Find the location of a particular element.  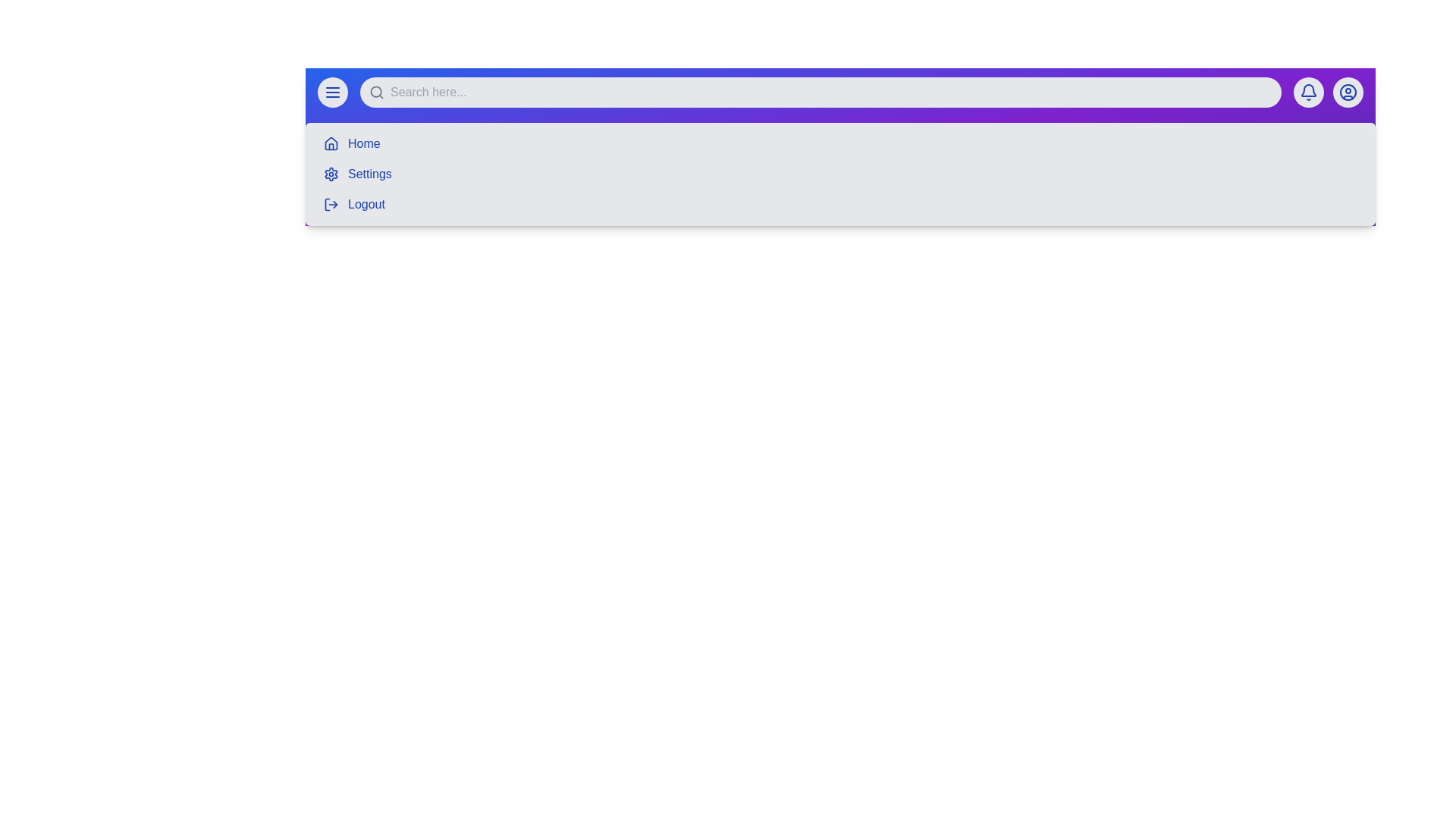

the menu button to toggle the menu is located at coordinates (331, 93).